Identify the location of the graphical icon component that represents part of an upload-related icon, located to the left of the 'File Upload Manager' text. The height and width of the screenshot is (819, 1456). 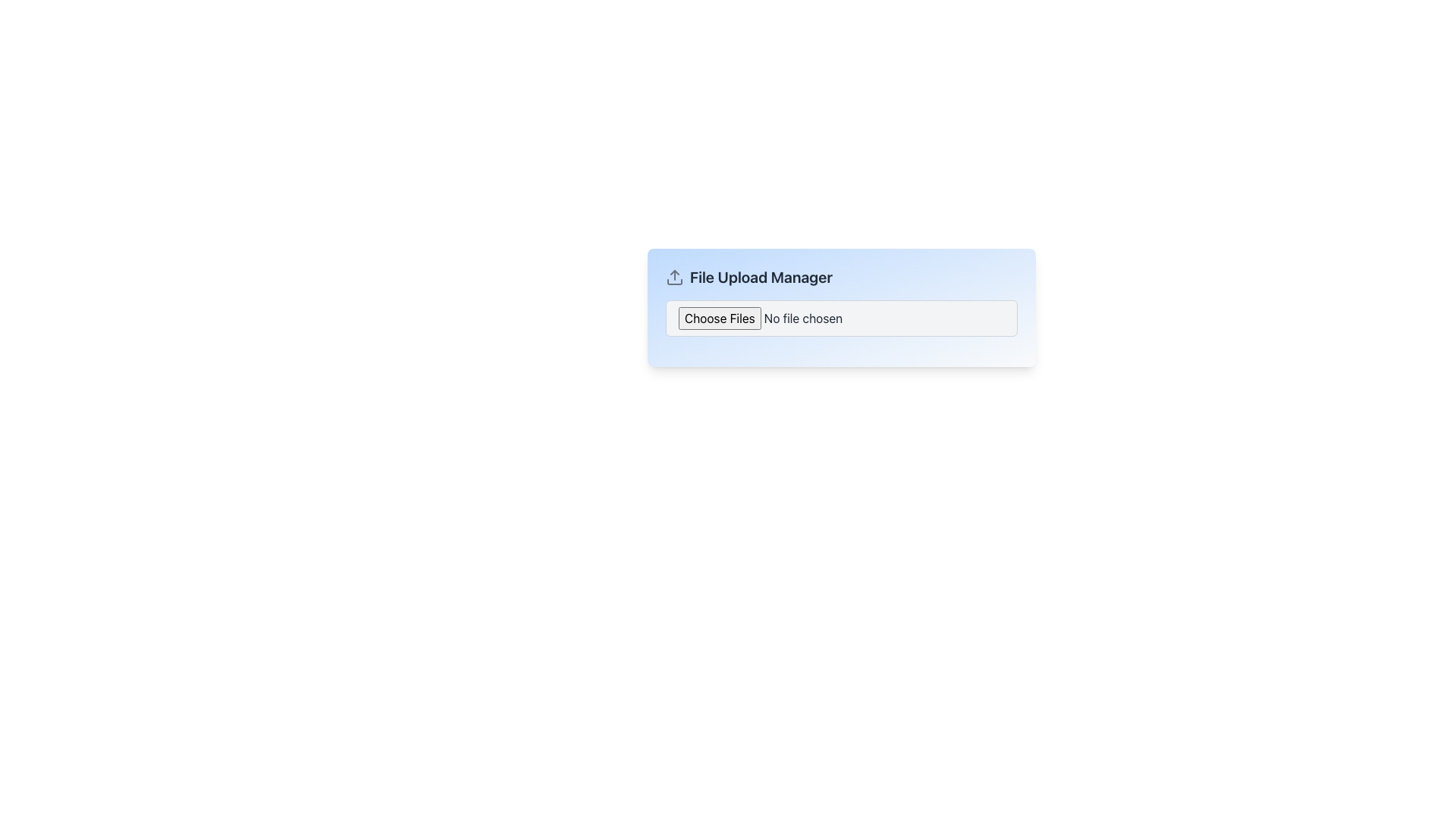
(673, 281).